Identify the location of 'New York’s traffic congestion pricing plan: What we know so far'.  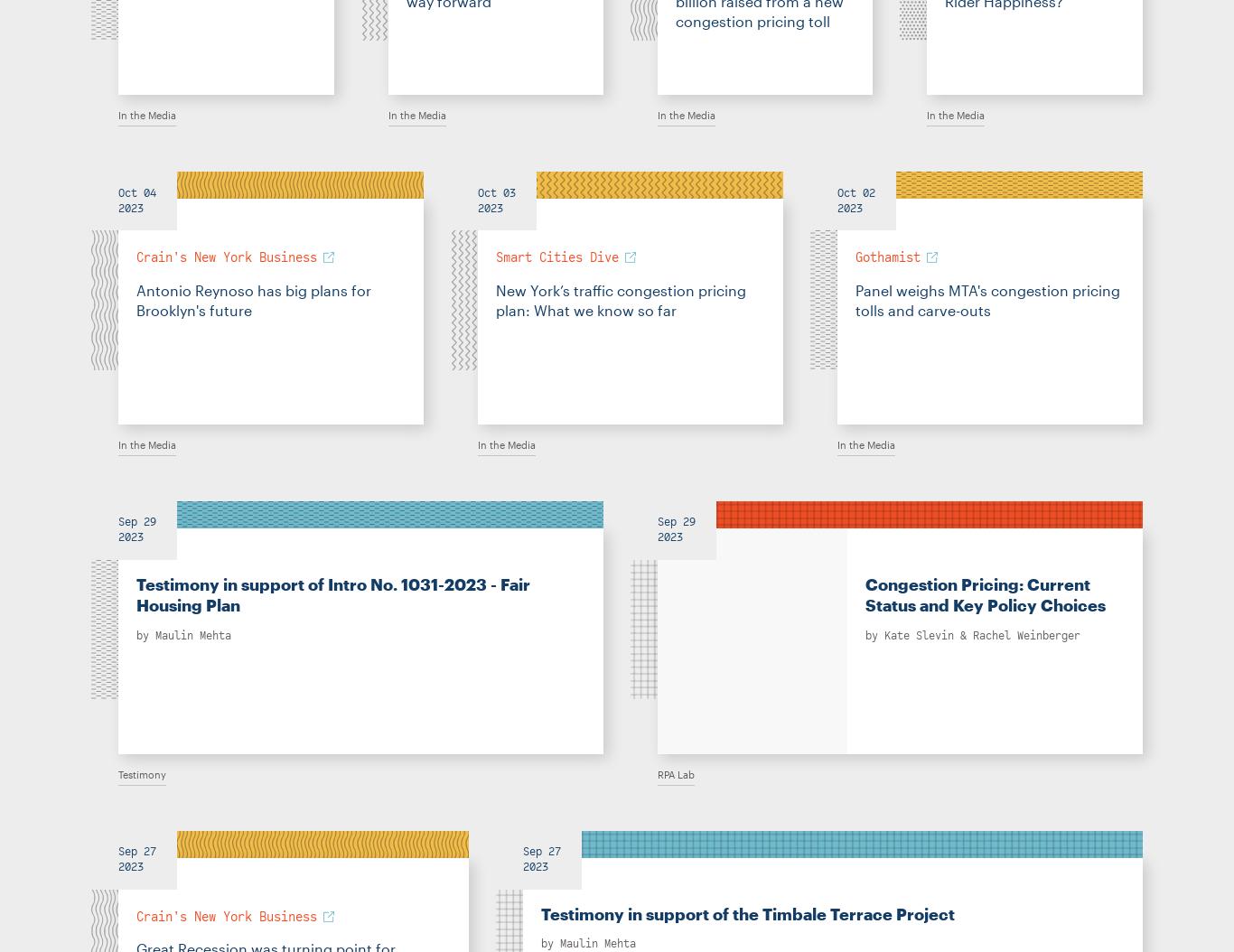
(495, 300).